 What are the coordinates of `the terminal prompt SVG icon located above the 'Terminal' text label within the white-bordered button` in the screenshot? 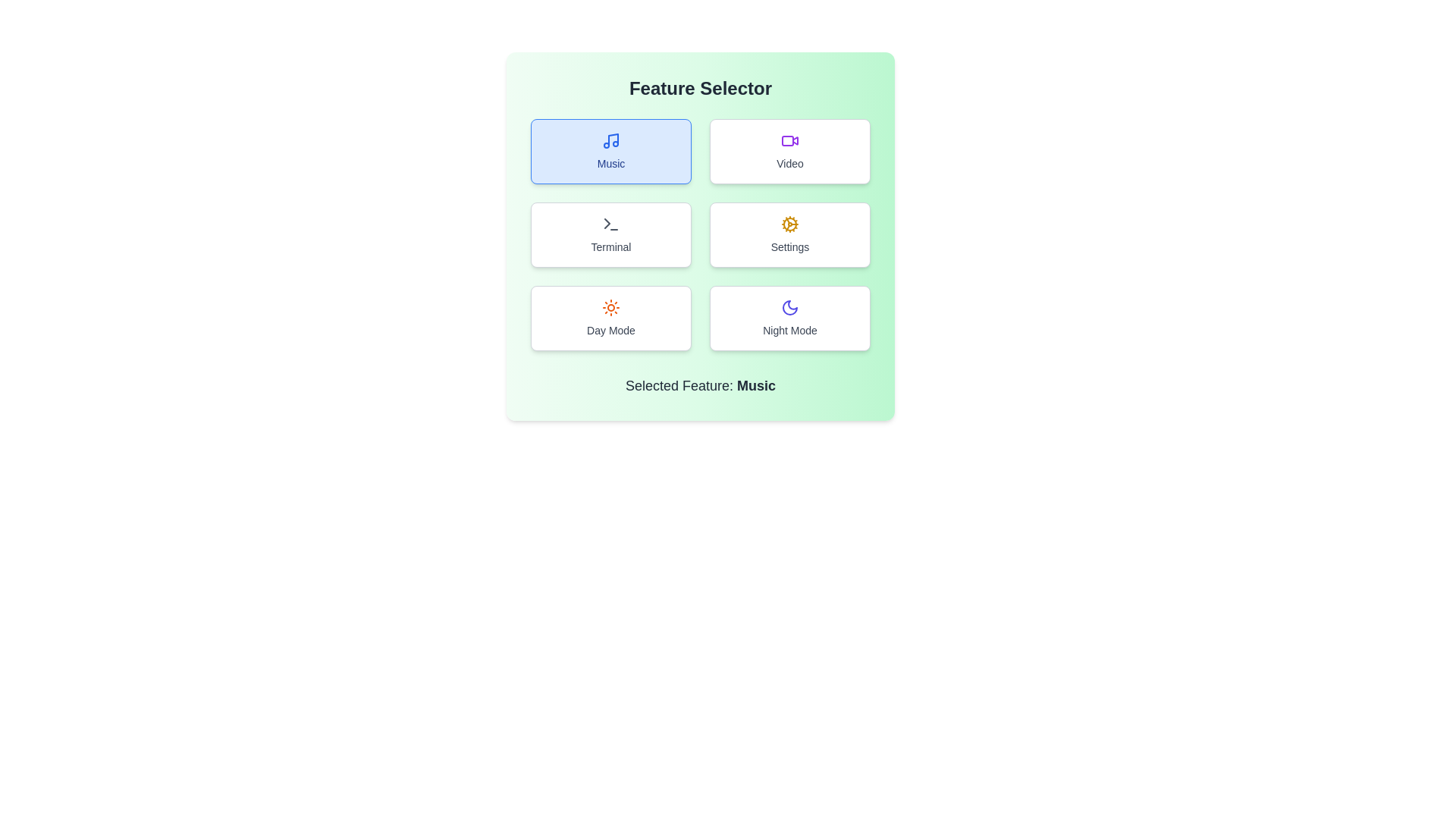 It's located at (611, 224).